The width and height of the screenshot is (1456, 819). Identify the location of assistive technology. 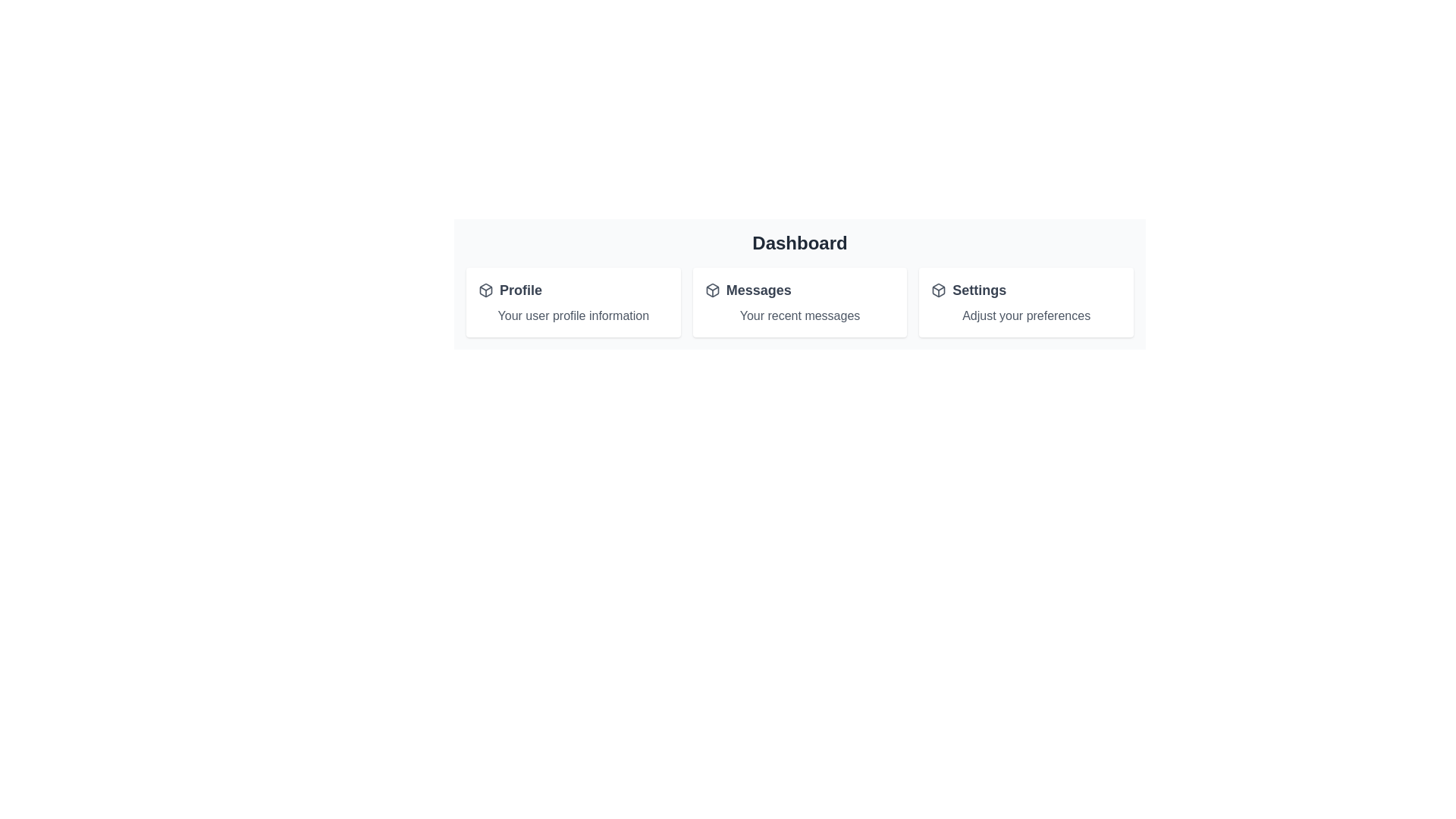
(520, 290).